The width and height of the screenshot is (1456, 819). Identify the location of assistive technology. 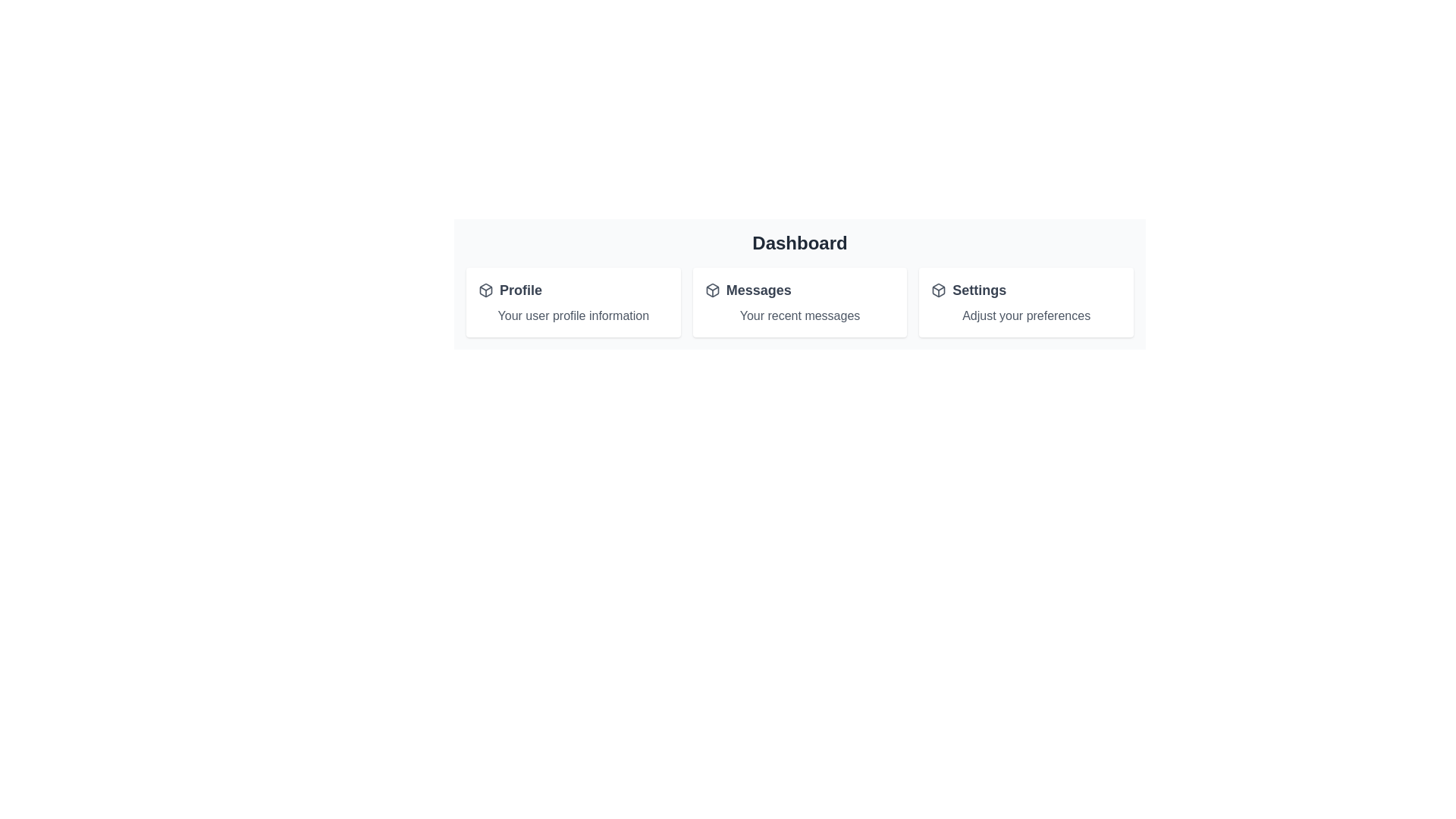
(520, 290).